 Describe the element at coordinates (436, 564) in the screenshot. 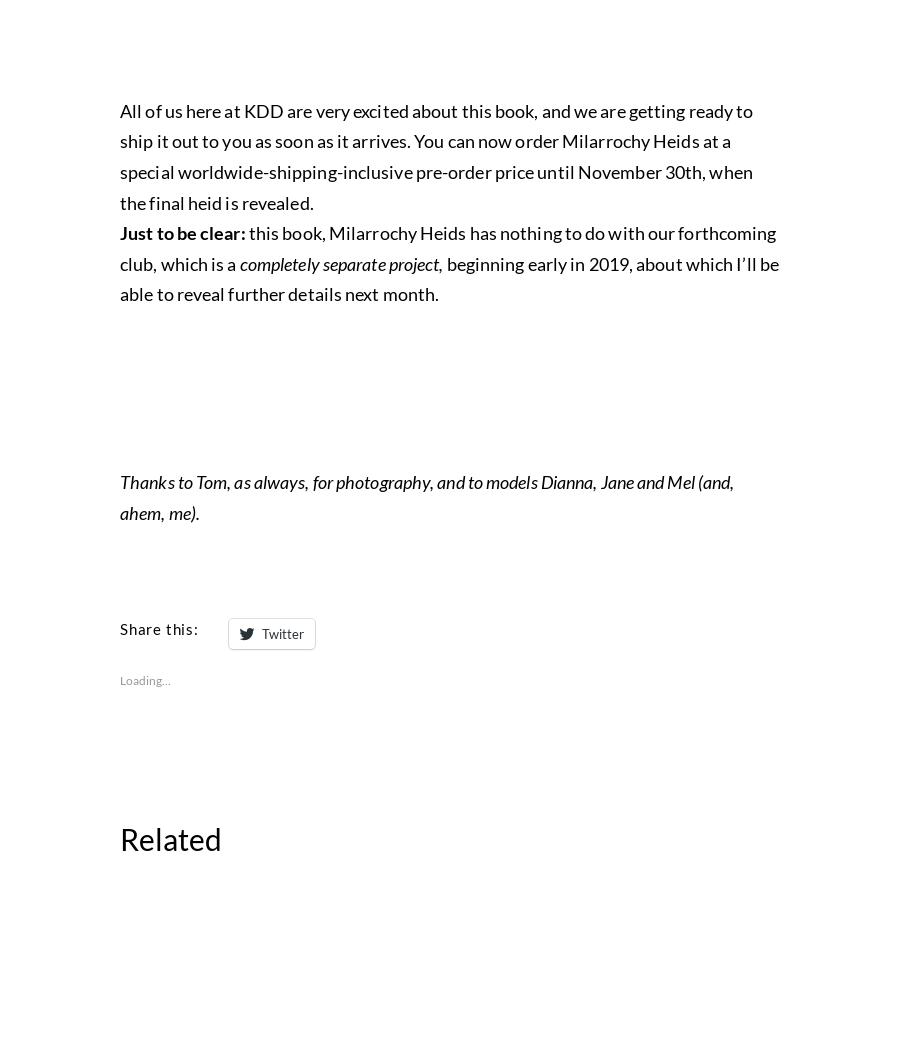

I see `'All of us here at KDD are very excited about this book, and we are getting ready to ship it out to you as soon as it arrives. You can now order Milarrochy Heids at'` at that location.